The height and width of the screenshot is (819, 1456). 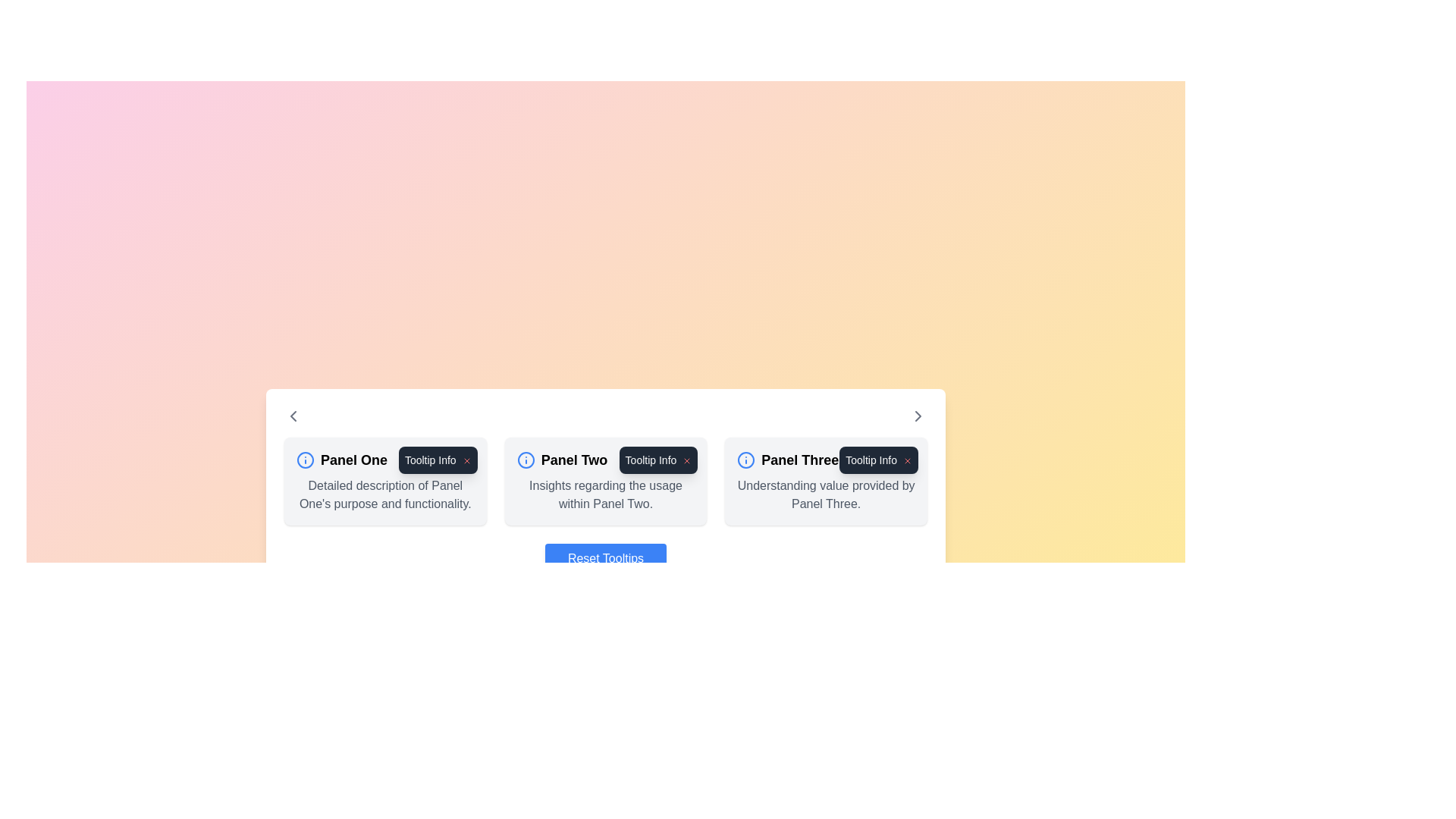 I want to click on the navigational icon located to the left of the panel area, so click(x=293, y=416).